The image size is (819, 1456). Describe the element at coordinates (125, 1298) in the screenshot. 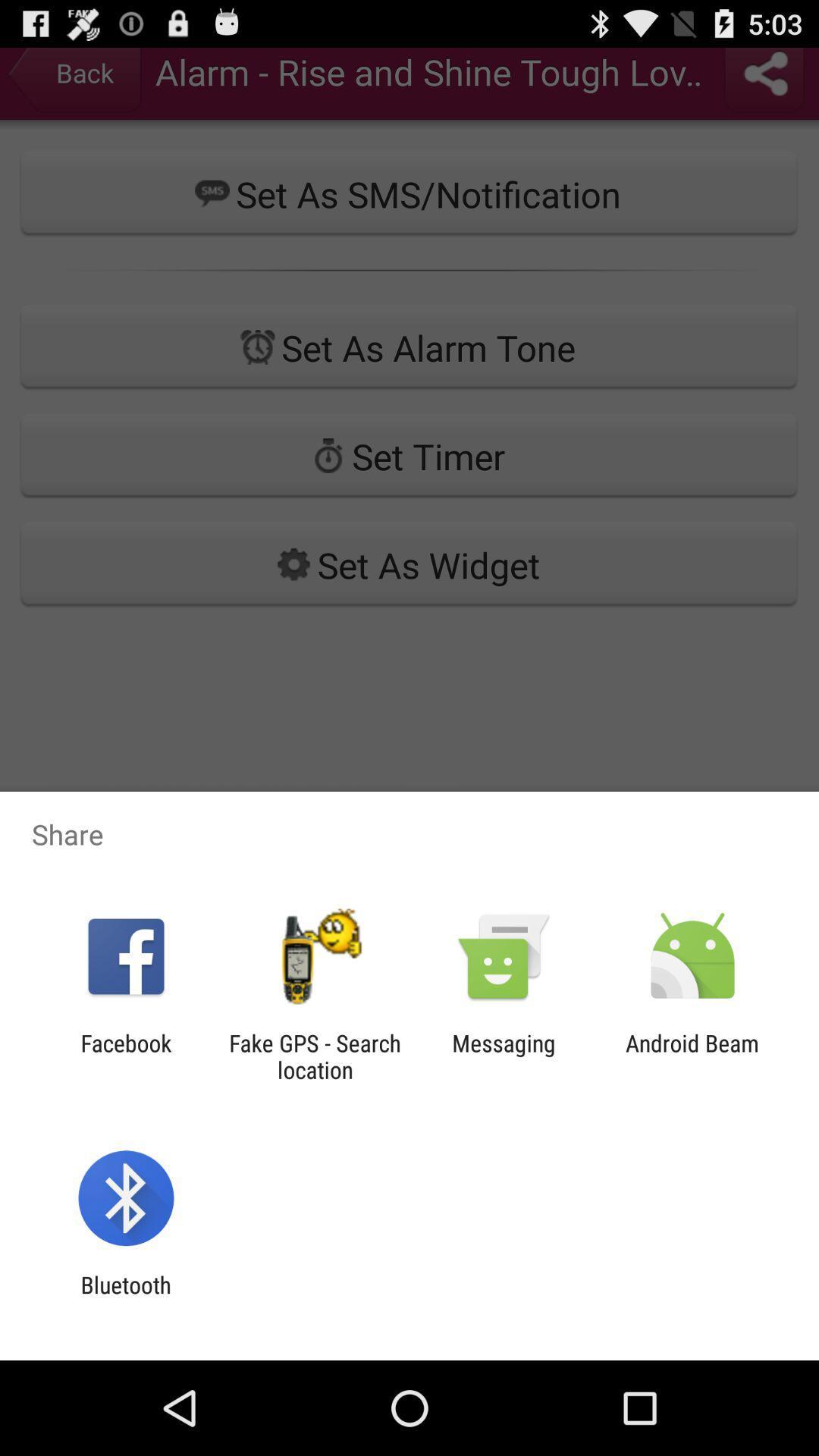

I see `the bluetooth` at that location.